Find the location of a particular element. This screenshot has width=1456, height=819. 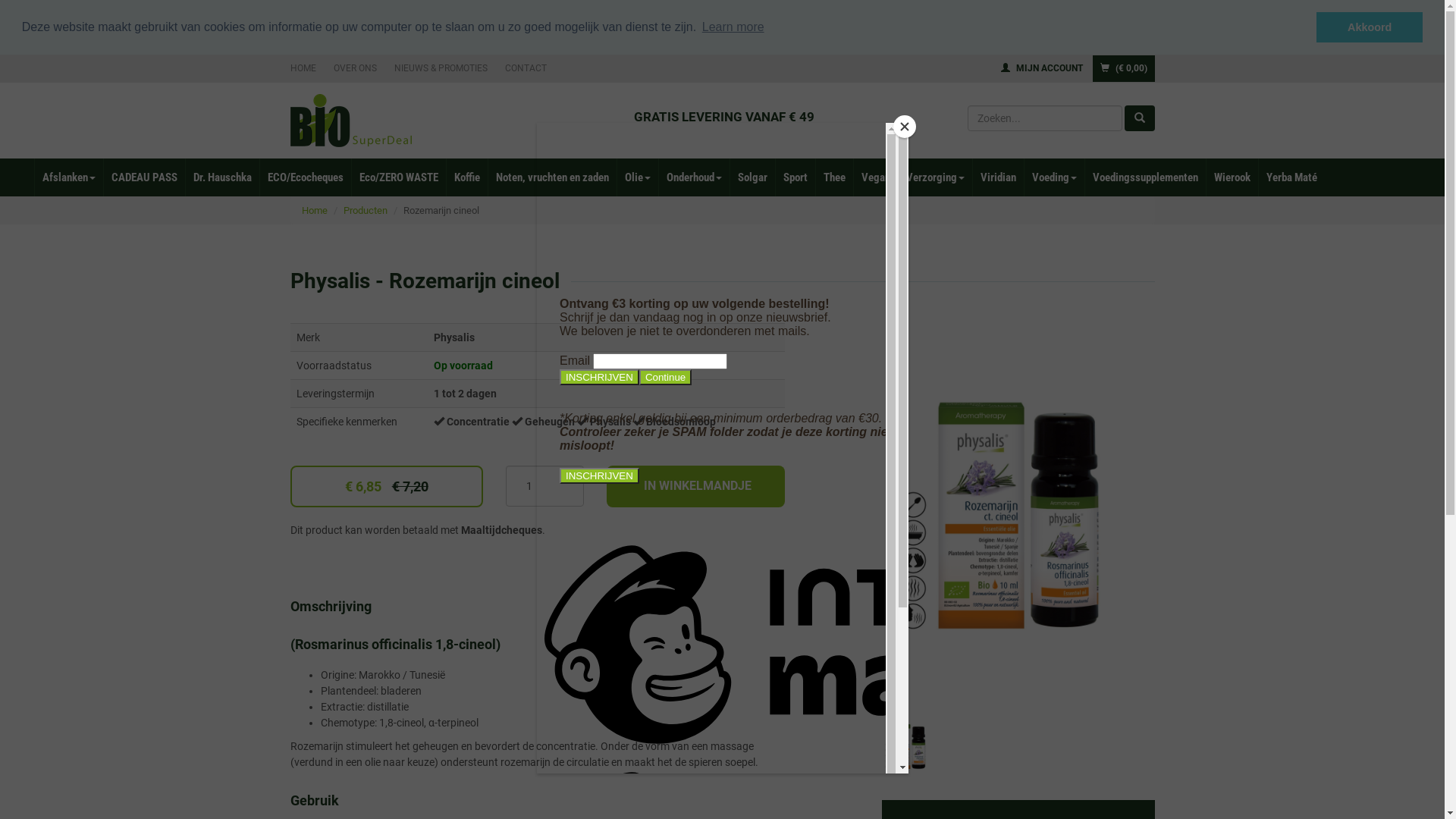

'NIEUWS & PROMOTIES' is located at coordinates (440, 66).